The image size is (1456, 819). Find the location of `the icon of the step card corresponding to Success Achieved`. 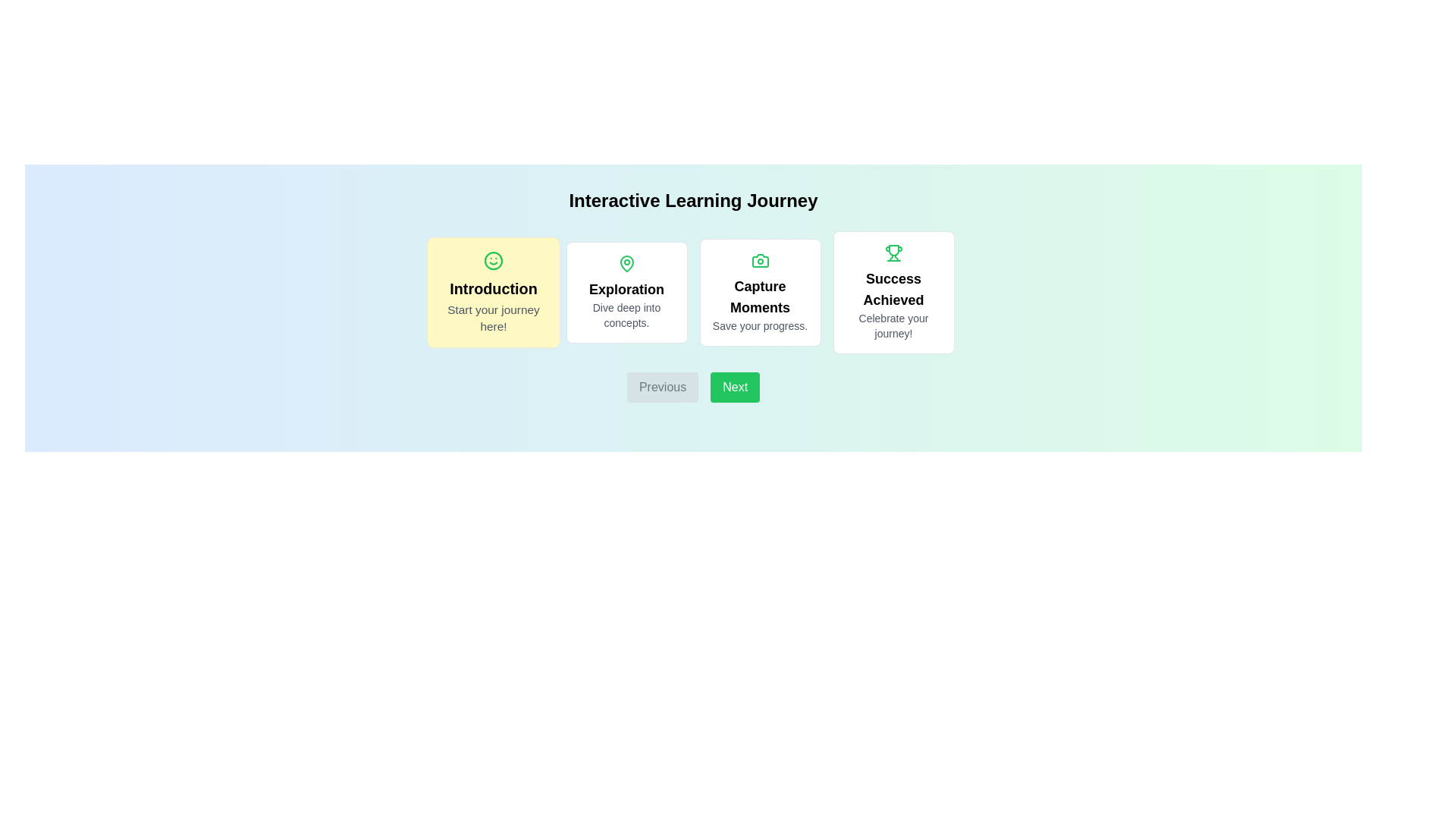

the icon of the step card corresponding to Success Achieved is located at coordinates (893, 253).